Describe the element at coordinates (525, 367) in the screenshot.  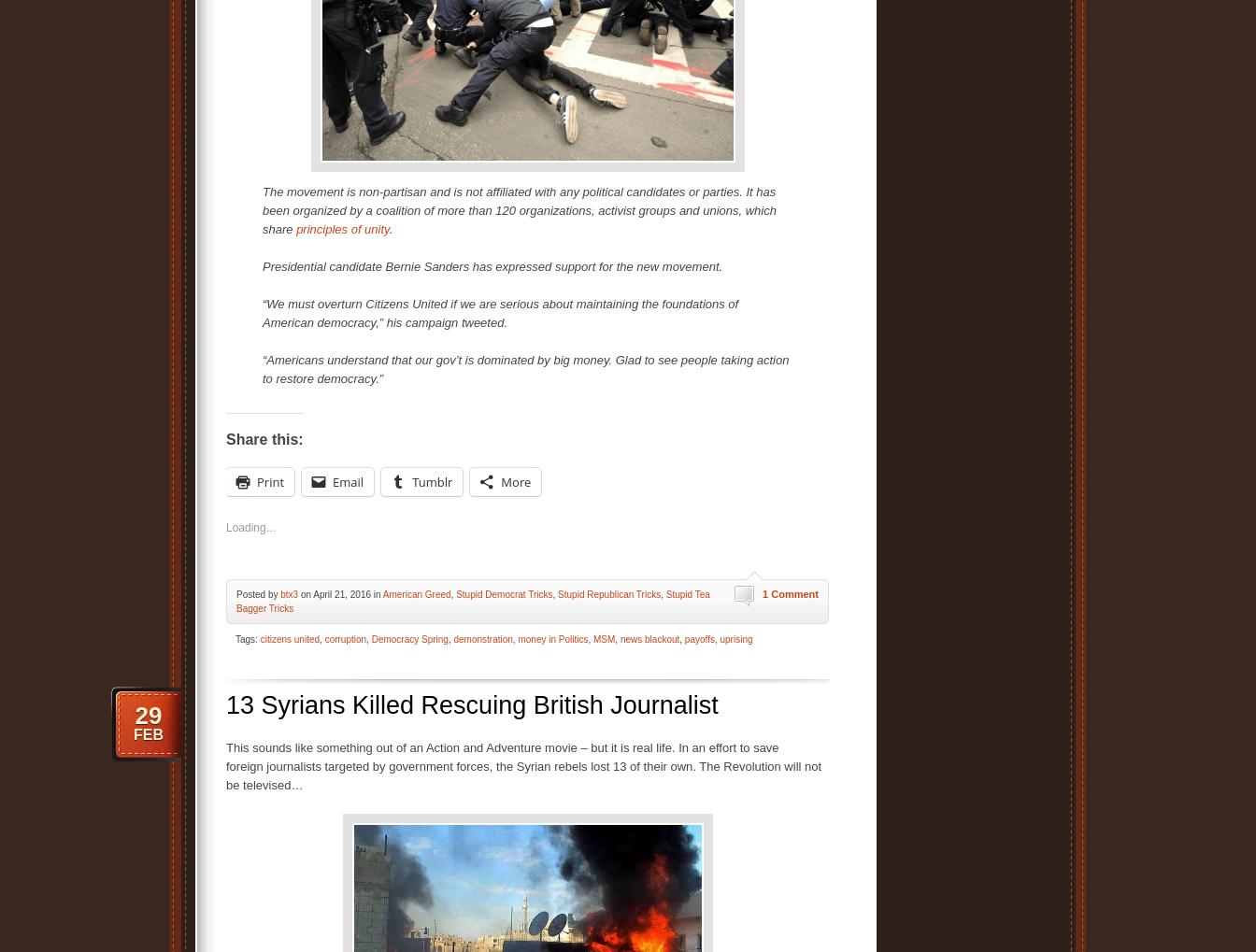
I see `'“Americans understand that our gov’t is dominated by big money. Glad to see people taking action to restore democracy.”'` at that location.